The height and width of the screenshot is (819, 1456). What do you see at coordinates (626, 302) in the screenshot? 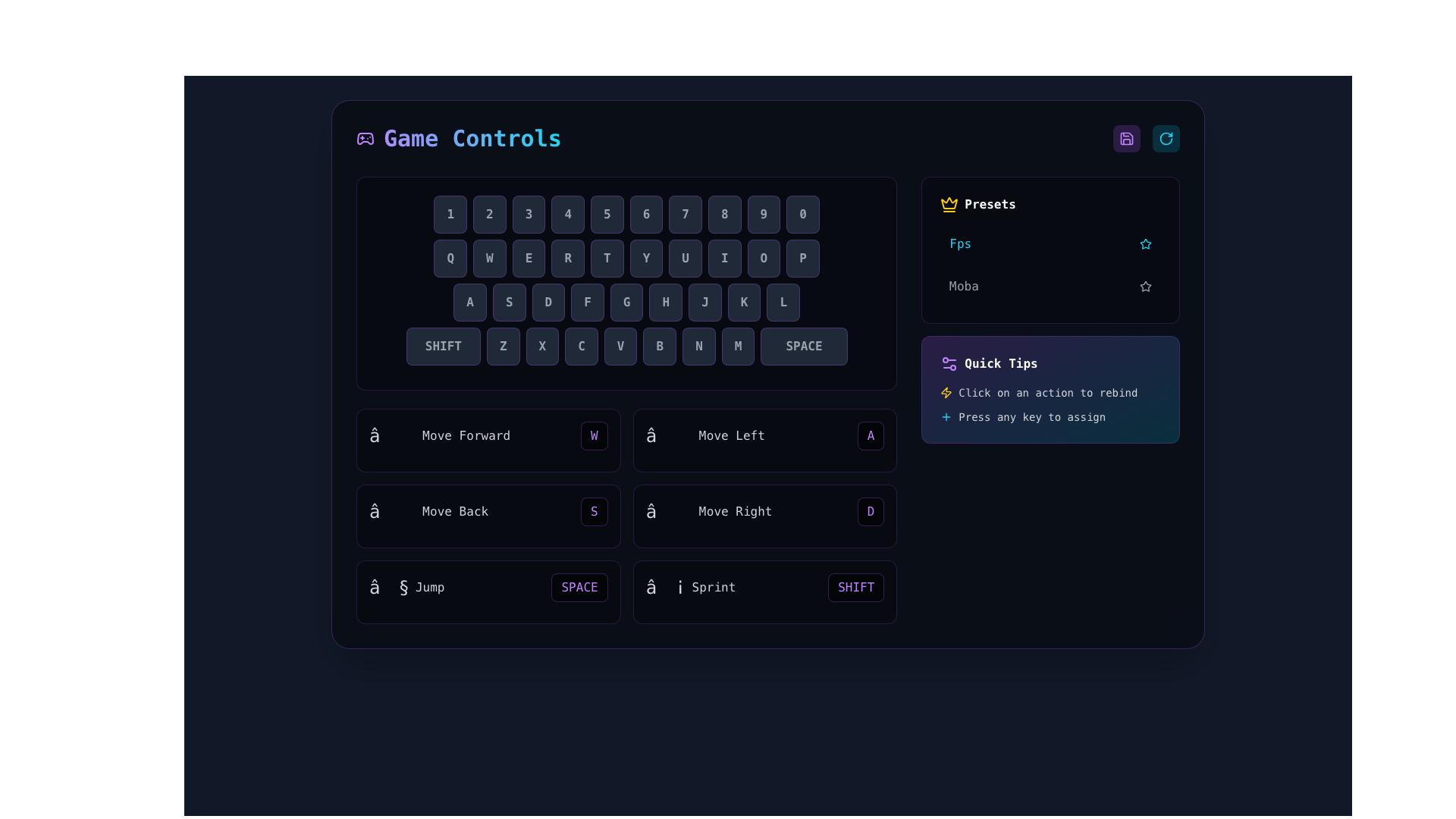
I see `the square-shaped button with rounded corners, featuring a dark gray background and a bold letter 'G' centered within, located between the buttons labeled 'F' and 'H'` at bounding box center [626, 302].